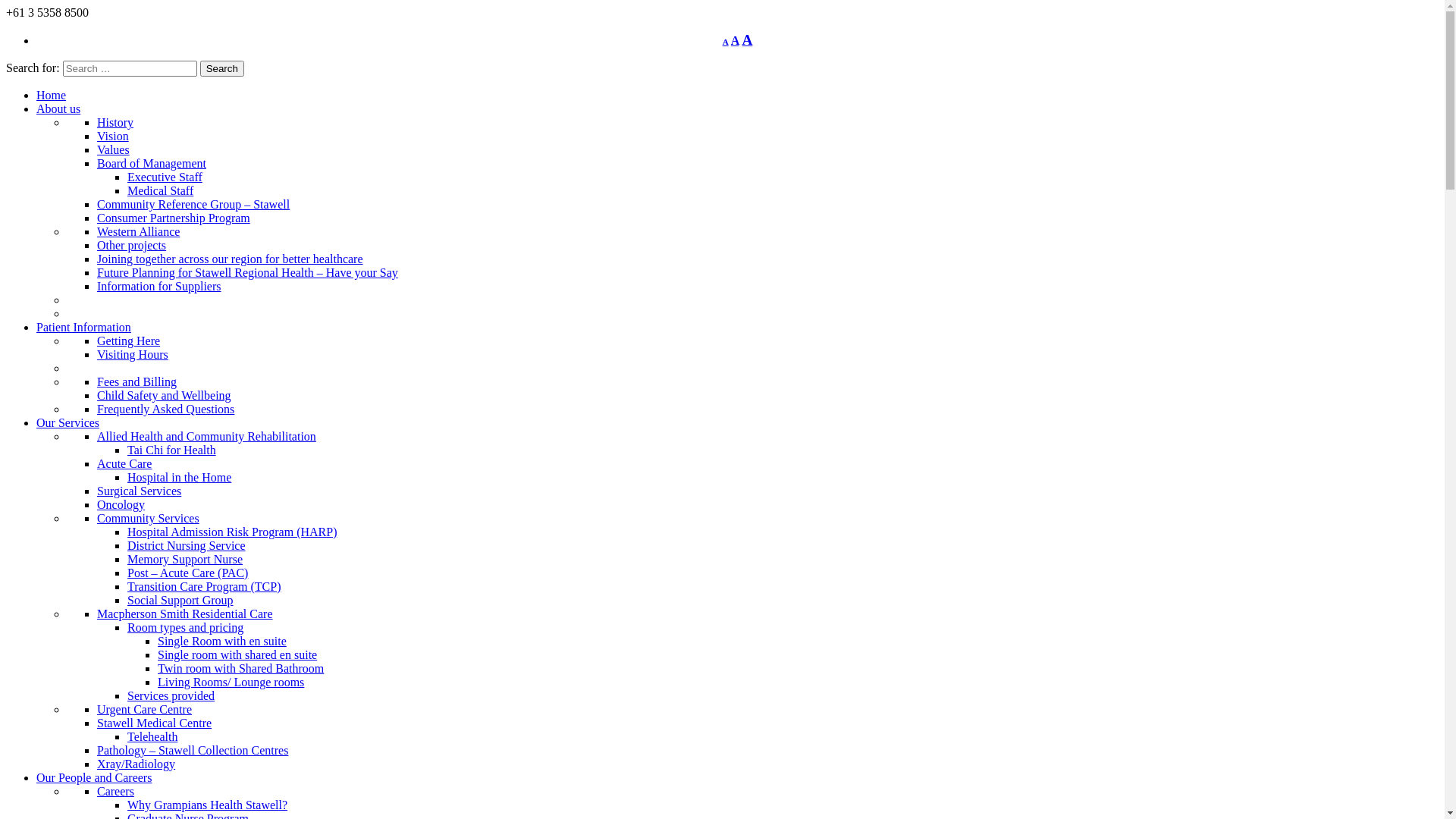  Describe the element at coordinates (127, 804) in the screenshot. I see `'Why Grampians Health Stawell?'` at that location.